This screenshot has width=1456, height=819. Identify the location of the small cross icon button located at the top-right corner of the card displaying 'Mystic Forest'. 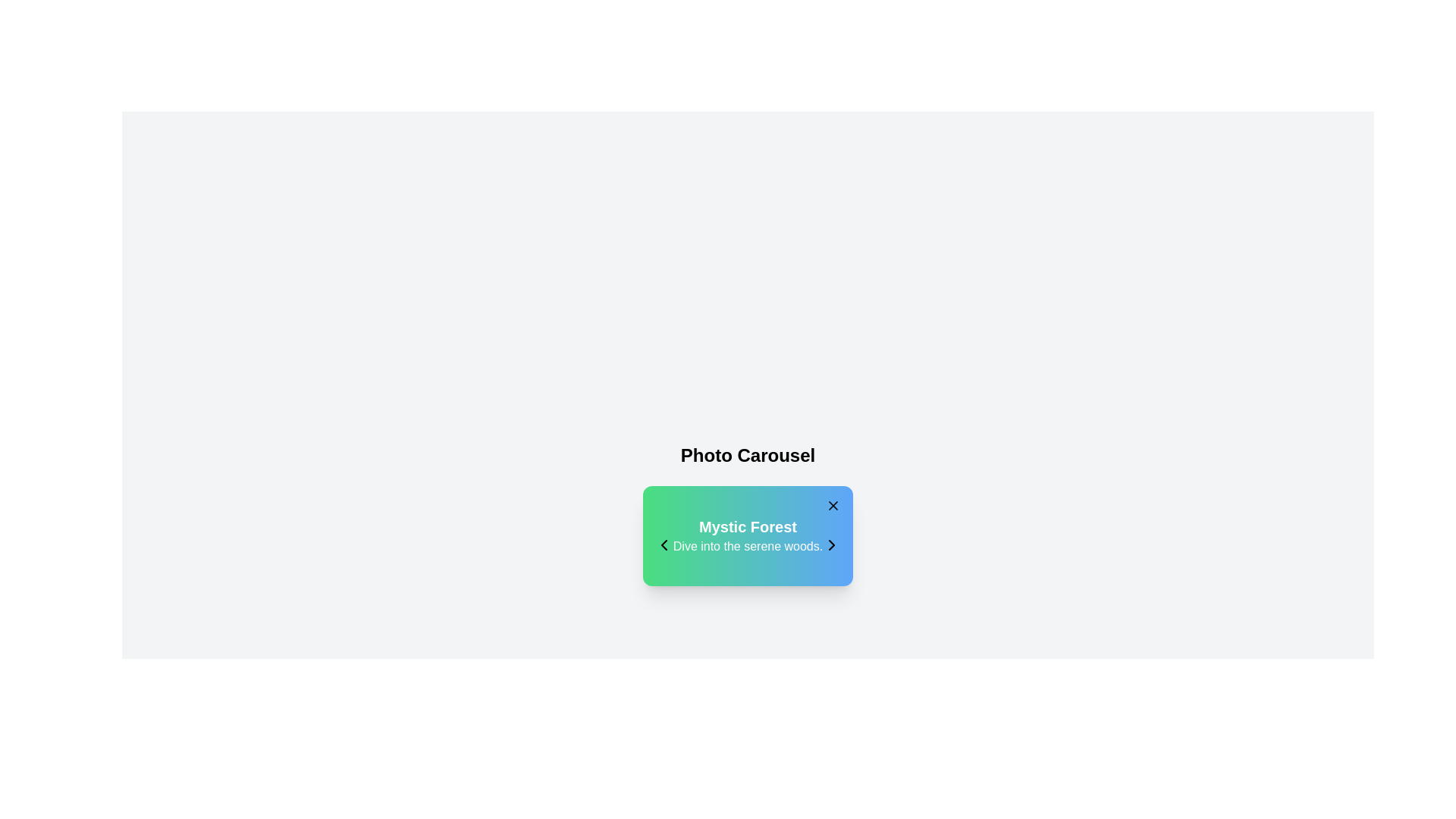
(833, 506).